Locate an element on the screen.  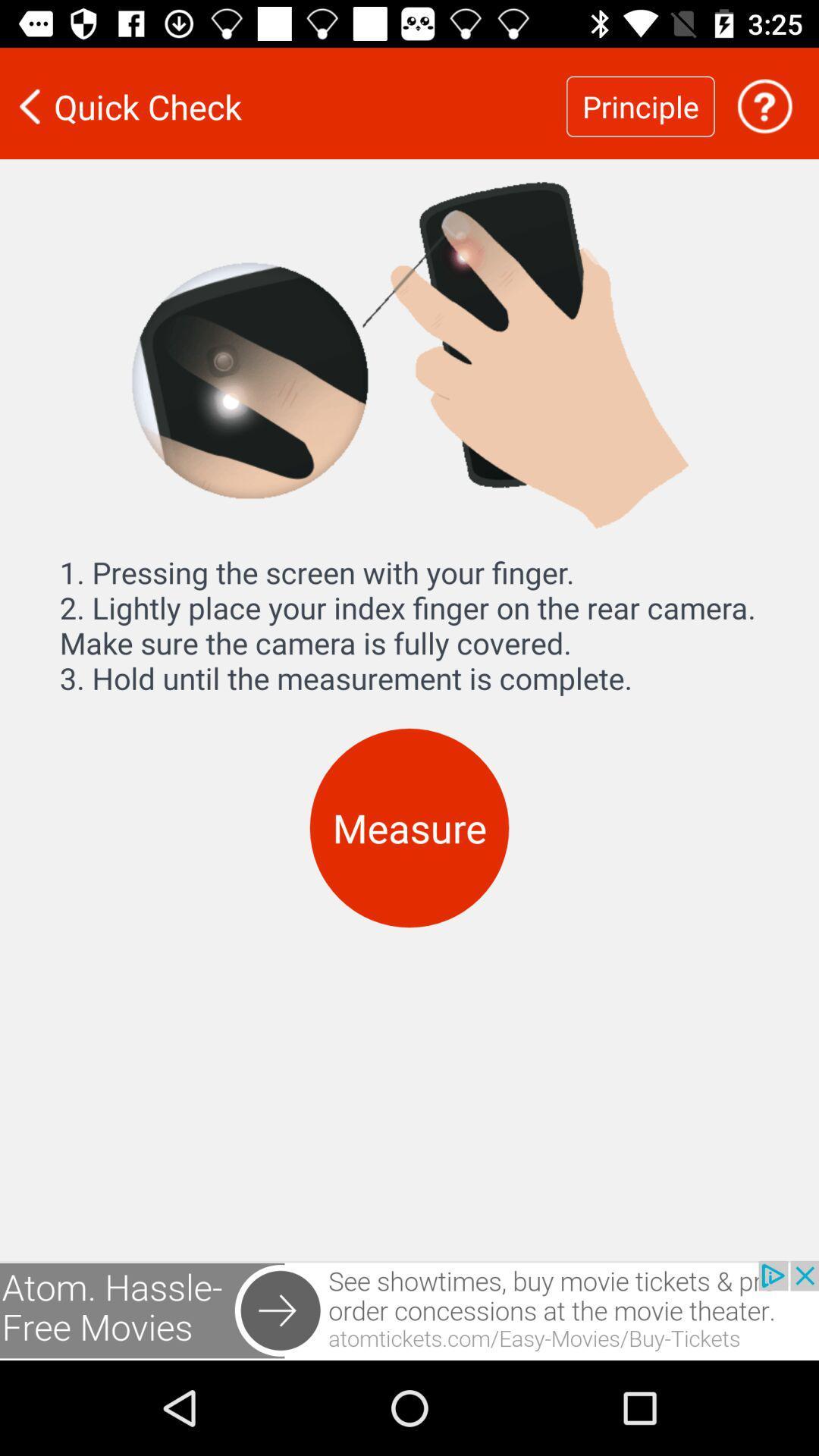
advertisement is located at coordinates (409, 1310).